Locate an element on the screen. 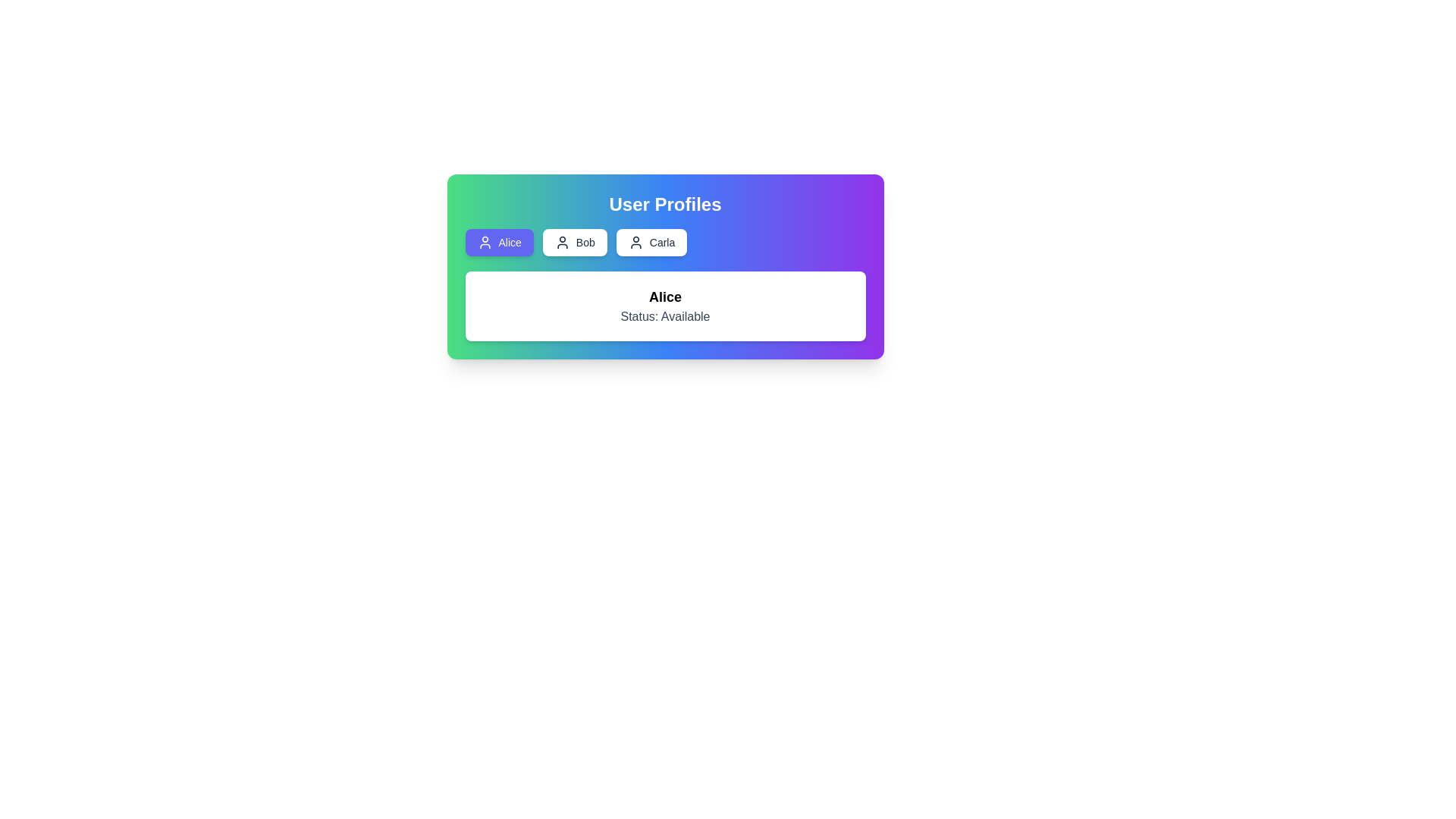 This screenshot has width=1456, height=819. the user profile corresponding to Alice is located at coordinates (498, 242).